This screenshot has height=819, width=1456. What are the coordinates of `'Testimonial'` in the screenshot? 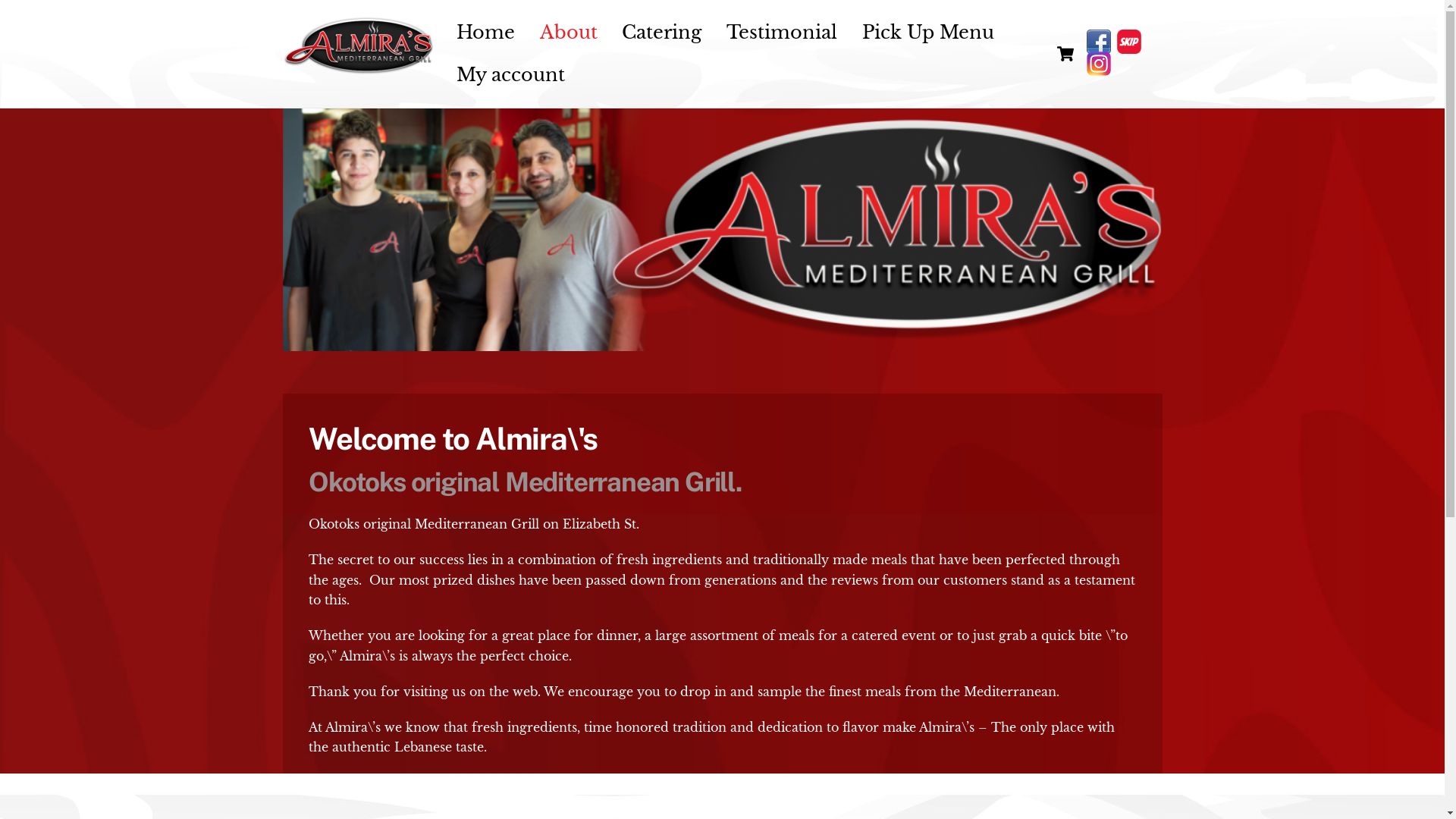 It's located at (782, 33).